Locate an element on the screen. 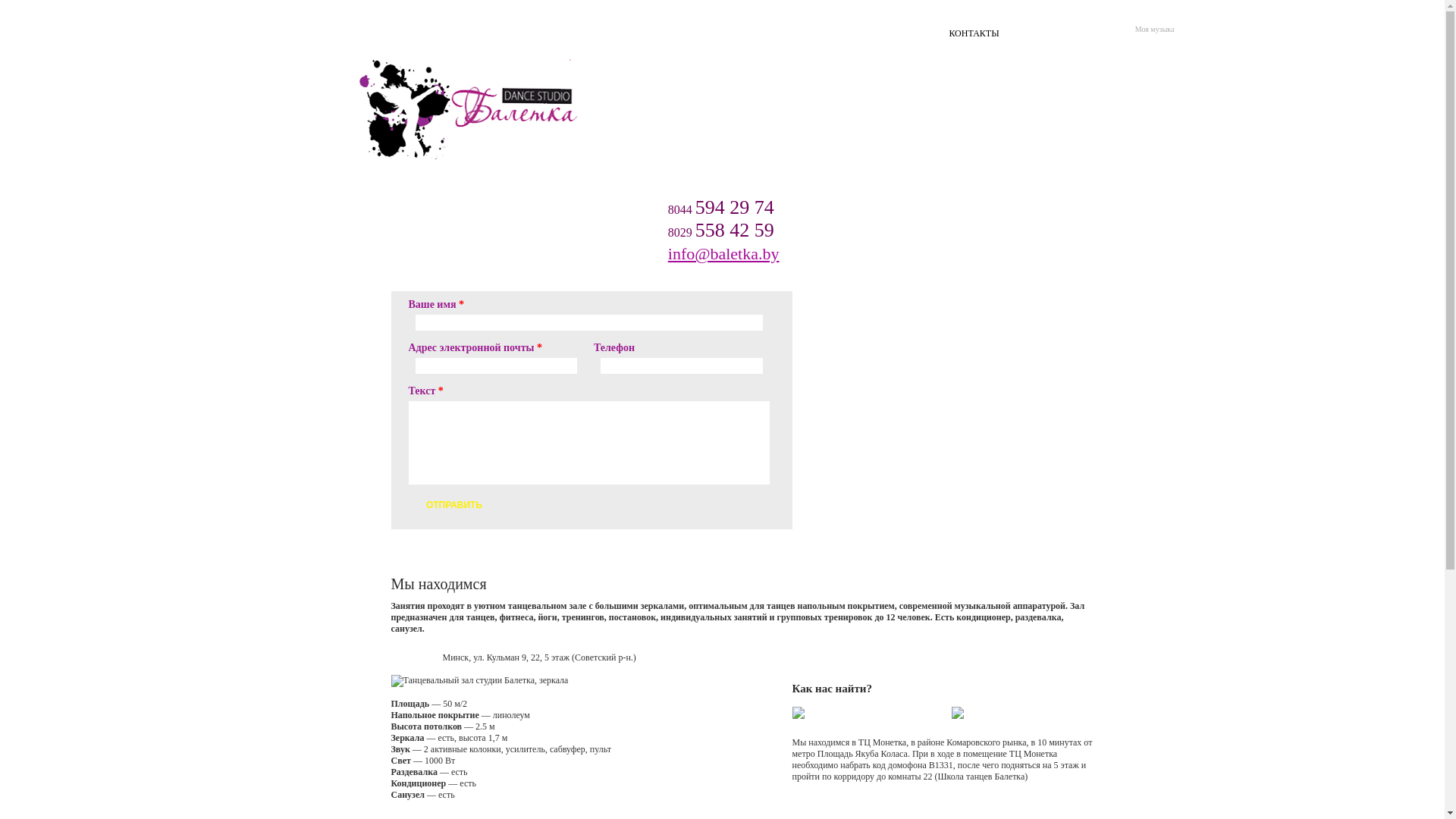 The width and height of the screenshot is (1456, 819). 'info@baletka.by' is located at coordinates (667, 253).